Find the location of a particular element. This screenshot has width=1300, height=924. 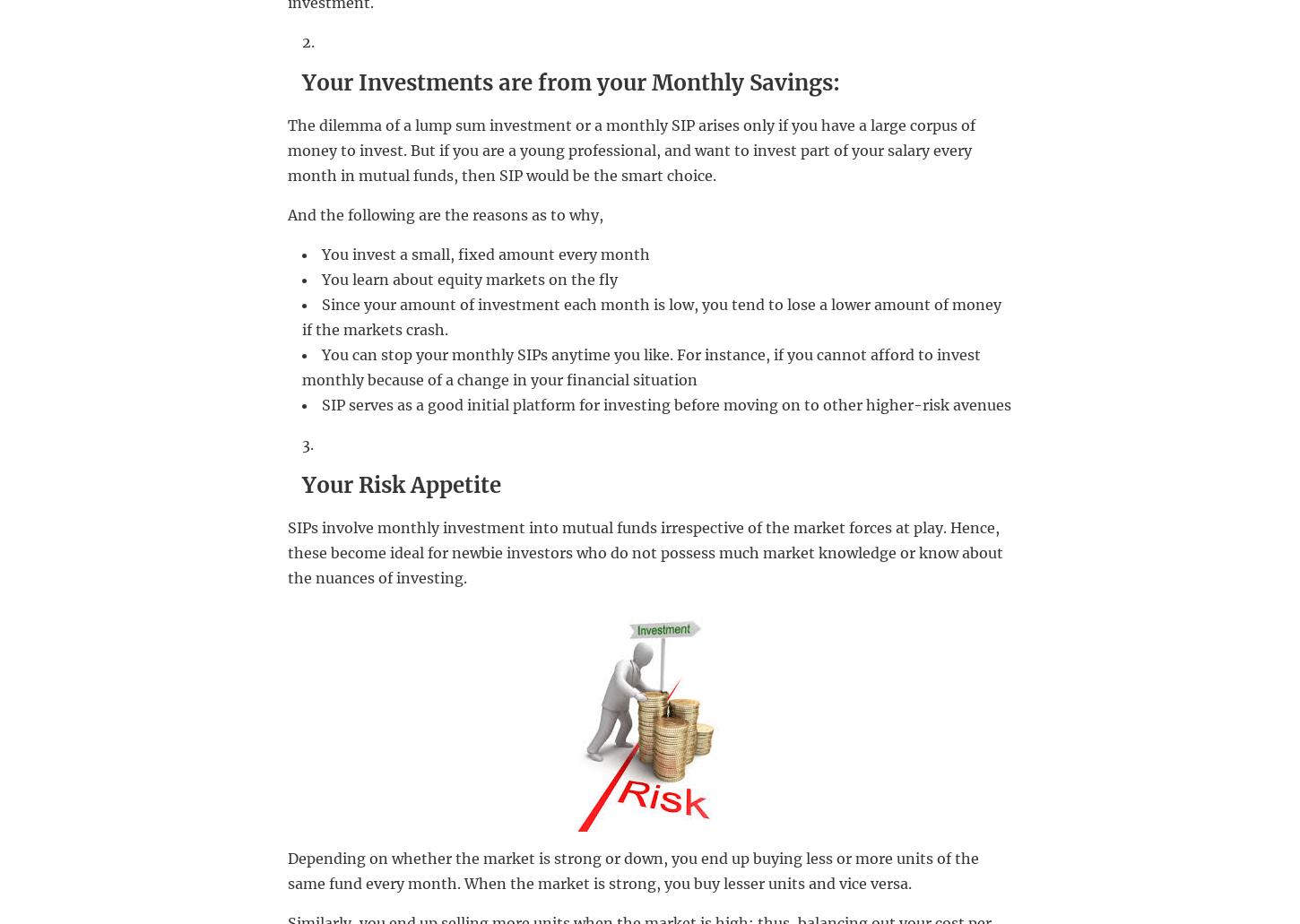

'Here is something Interesting –' is located at coordinates (412, 504).